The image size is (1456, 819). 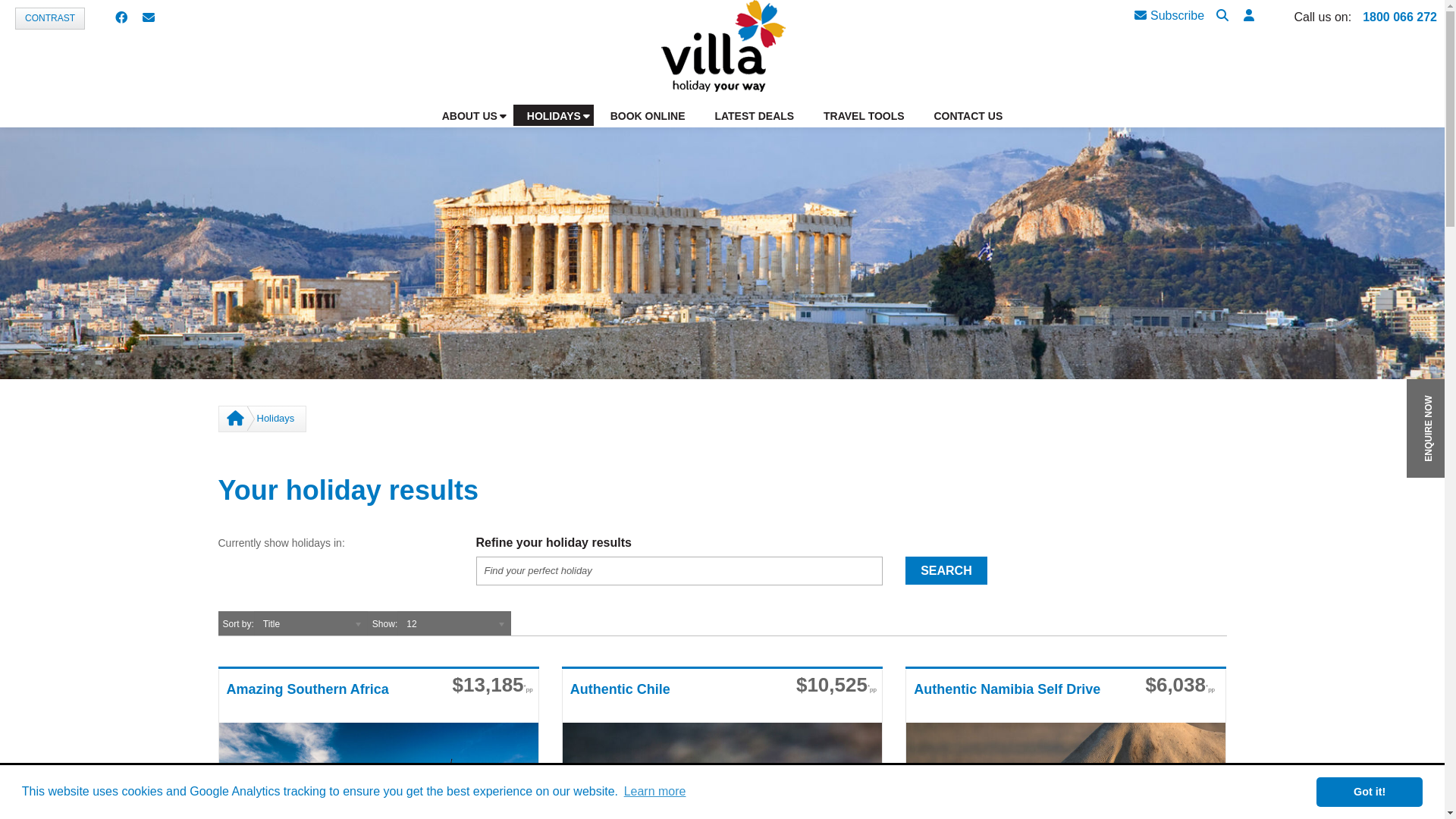 What do you see at coordinates (905, 570) in the screenshot?
I see `'SEARCH'` at bounding box center [905, 570].